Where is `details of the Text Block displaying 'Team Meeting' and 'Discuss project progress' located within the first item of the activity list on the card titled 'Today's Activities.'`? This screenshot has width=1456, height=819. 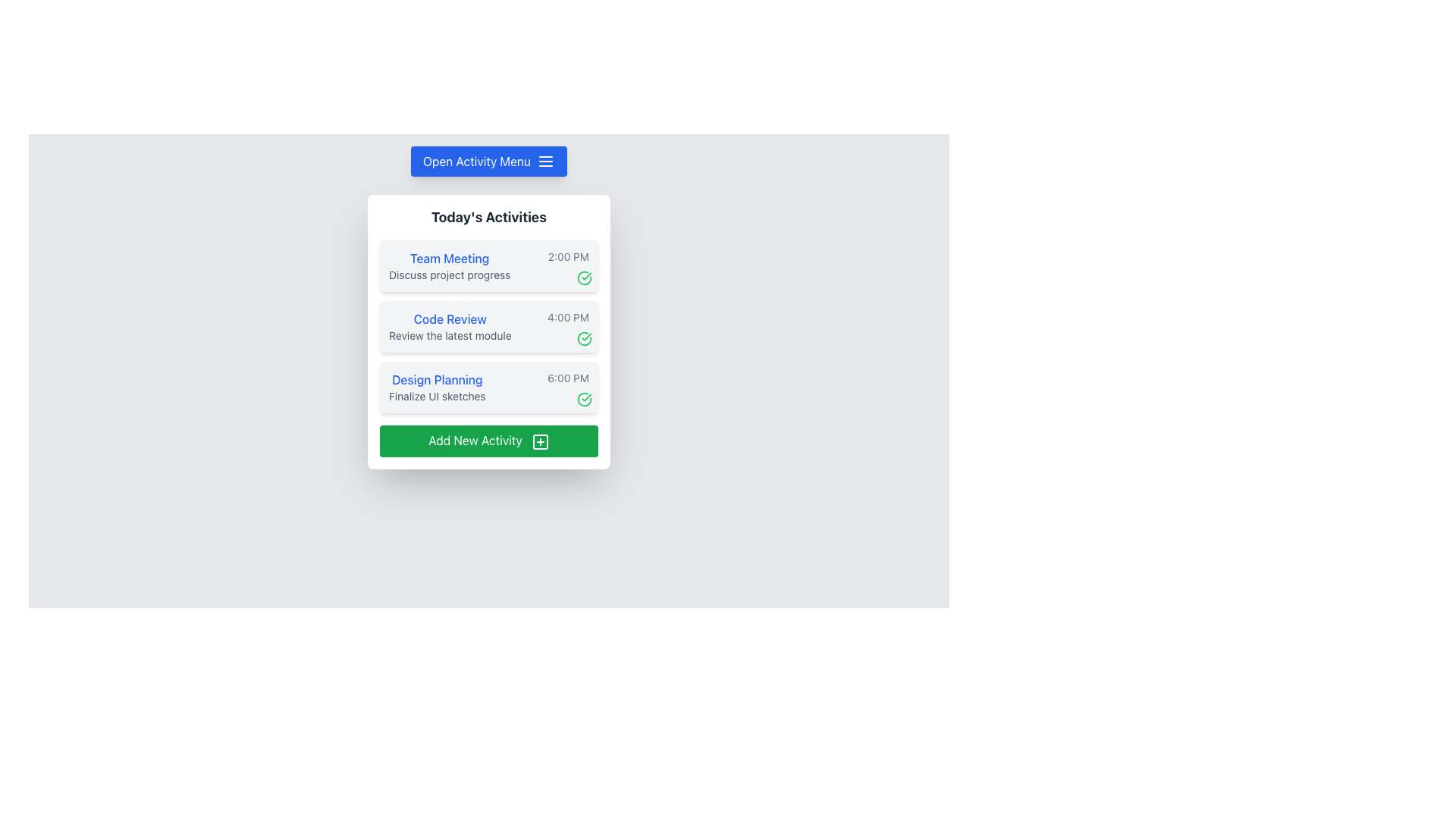
details of the Text Block displaying 'Team Meeting' and 'Discuss project progress' located within the first item of the activity list on the card titled 'Today's Activities.' is located at coordinates (488, 265).